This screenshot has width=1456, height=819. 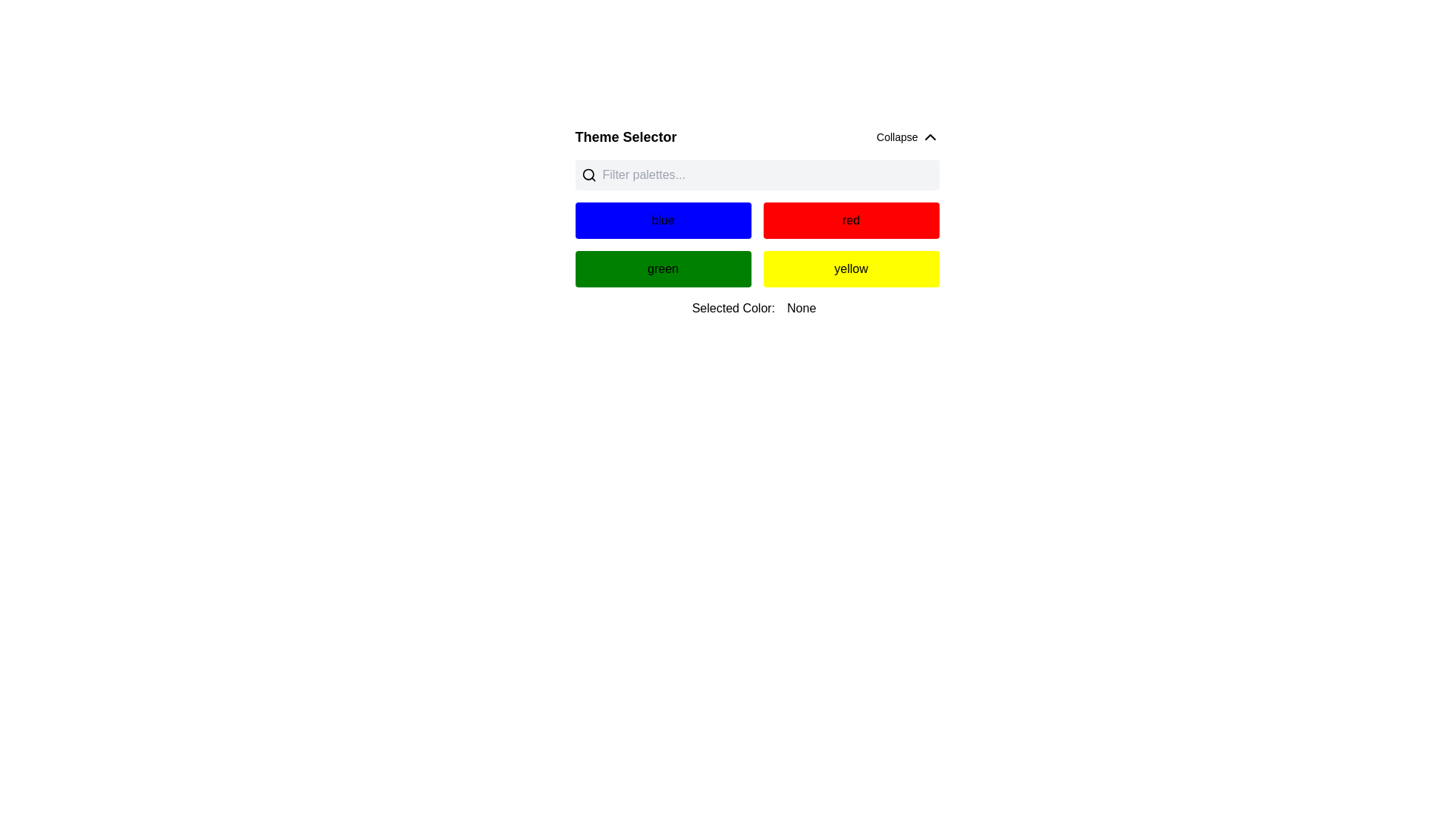 I want to click on the blue button located in the top-left corner of the 2x2 grid layout, so click(x=663, y=220).